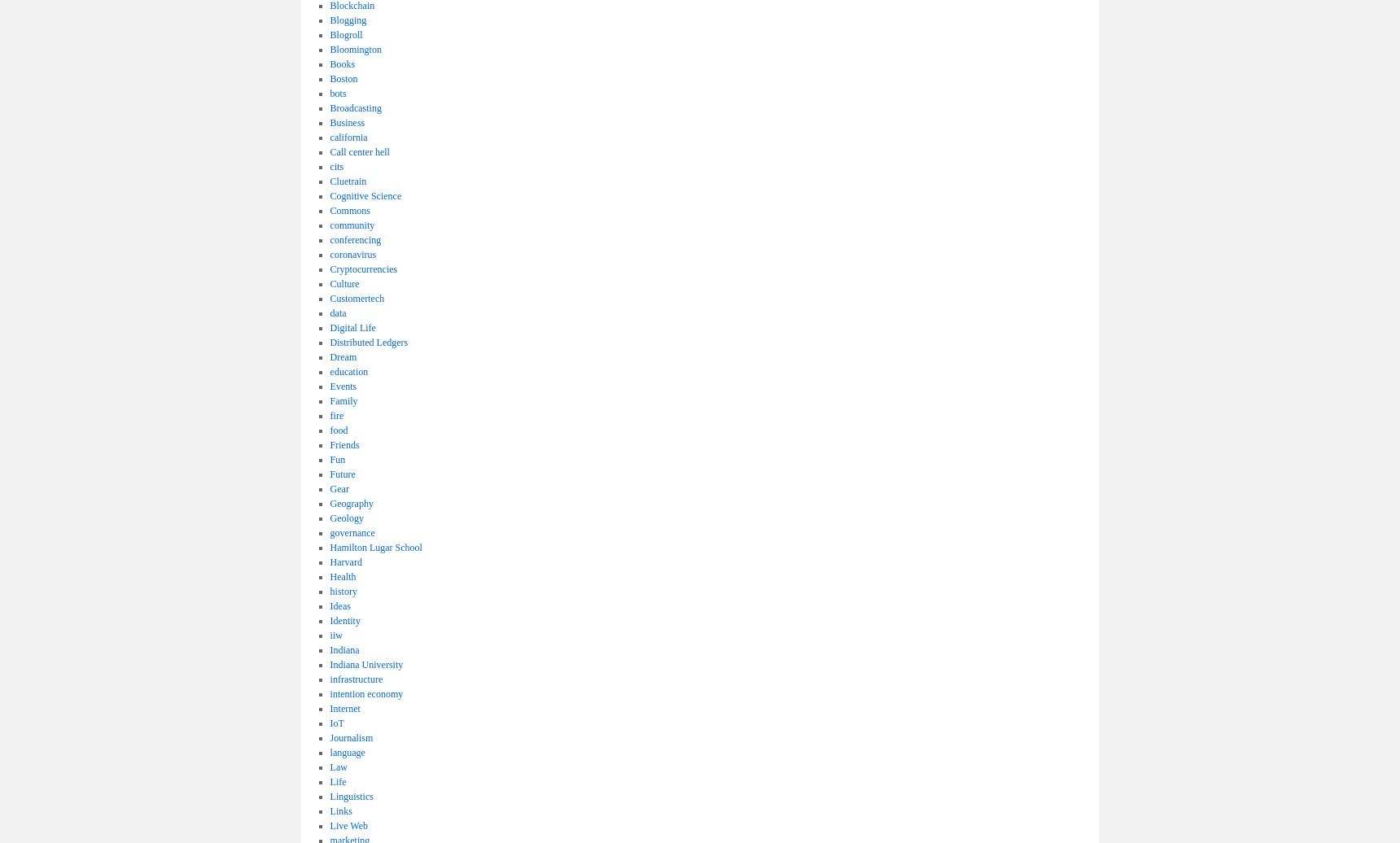 This screenshot has width=1400, height=843. I want to click on 'governance', so click(351, 532).